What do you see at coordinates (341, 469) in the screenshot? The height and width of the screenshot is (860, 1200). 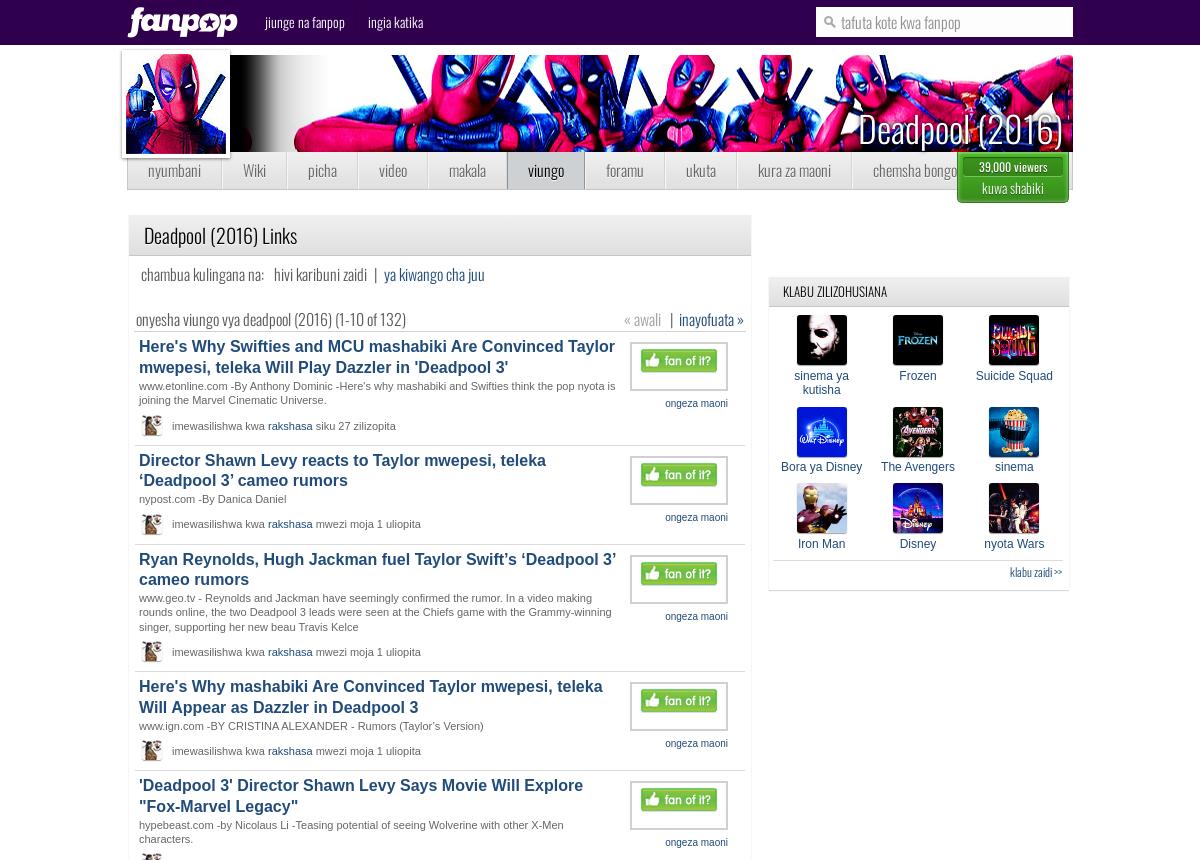 I see `'Director Shawn Levy reacts to Taylor mwepesi, teleka ‘Deadpool 3’ cameo rumors'` at bounding box center [341, 469].